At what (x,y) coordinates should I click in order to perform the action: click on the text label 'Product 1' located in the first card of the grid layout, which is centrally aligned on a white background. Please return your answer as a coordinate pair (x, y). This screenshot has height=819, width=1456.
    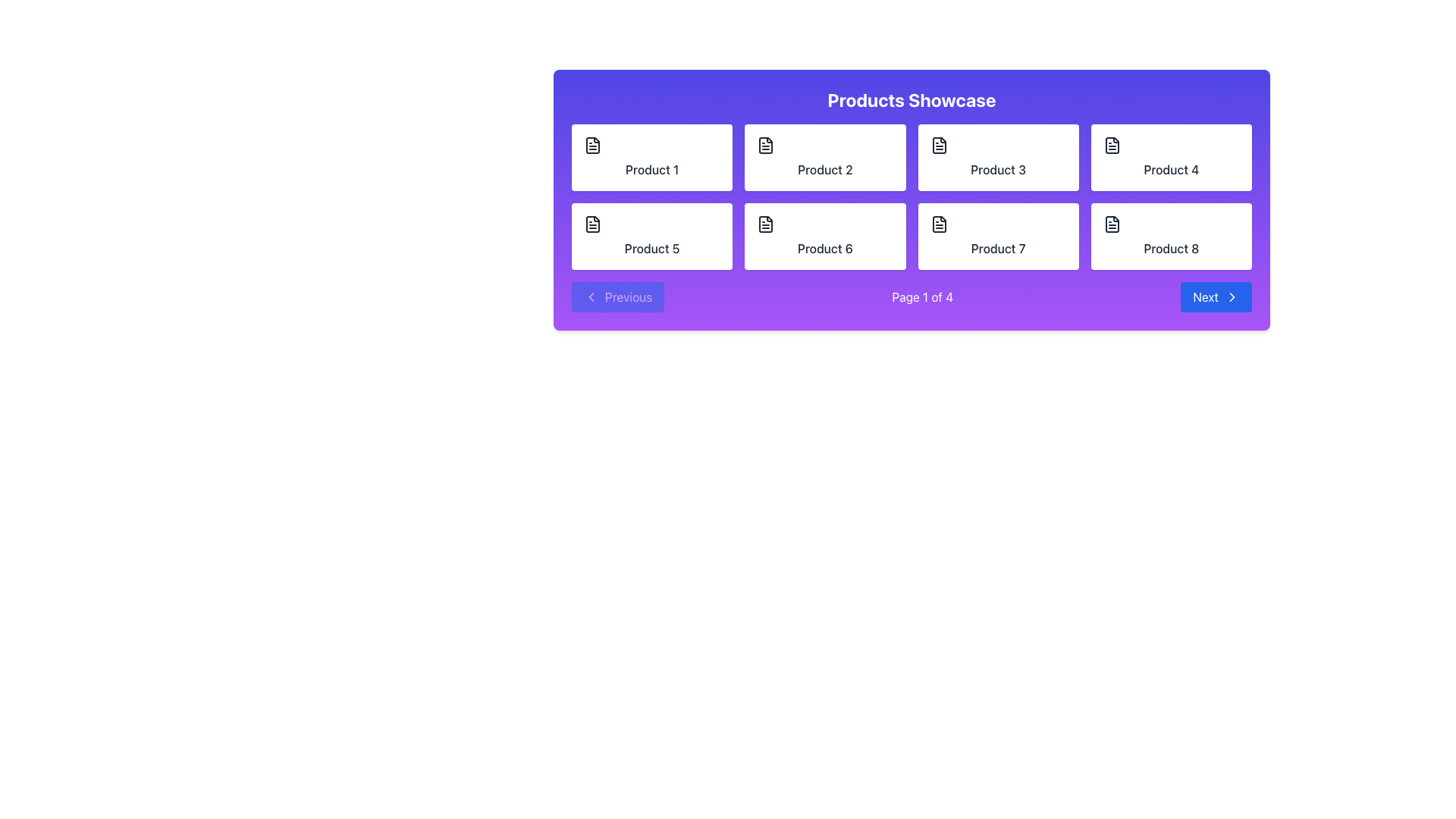
    Looking at the image, I should click on (652, 169).